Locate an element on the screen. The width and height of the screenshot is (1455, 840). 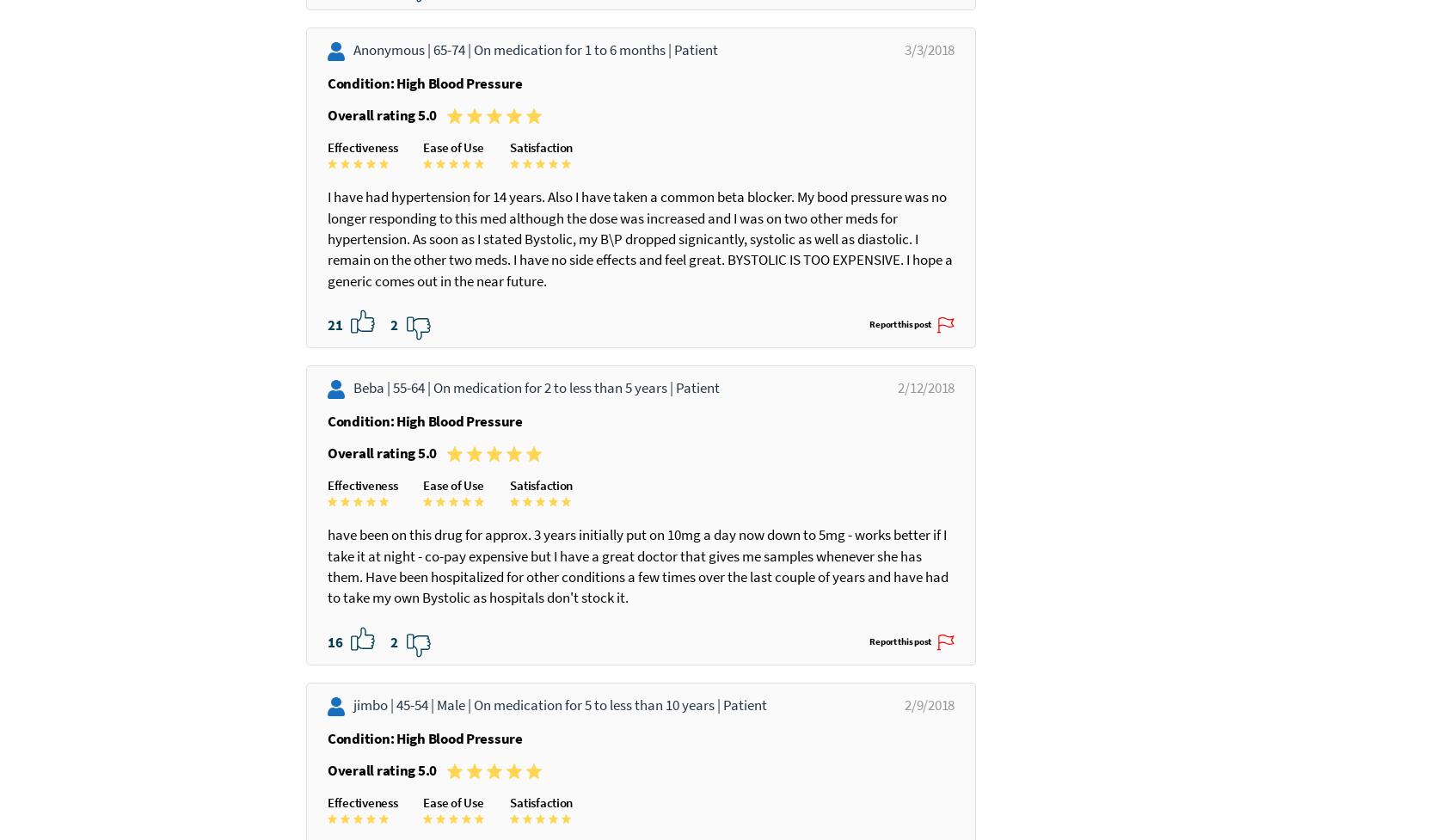
'I have had hypertension for 14 years. Also I have taken a common beta blocker. My bood pressure was no longer responding to this med although the dose was increased and I was on two other meds for hypertension. As soon as I stated Bystolic, my B\P dropped signicantly, systolic as well as diastolic. I remain on the other two meds. I have no side effects and feel great. BYSTOLIC IS TOO EXPENSIVE. I hope a generic comes out in the near future.' is located at coordinates (328, 384).